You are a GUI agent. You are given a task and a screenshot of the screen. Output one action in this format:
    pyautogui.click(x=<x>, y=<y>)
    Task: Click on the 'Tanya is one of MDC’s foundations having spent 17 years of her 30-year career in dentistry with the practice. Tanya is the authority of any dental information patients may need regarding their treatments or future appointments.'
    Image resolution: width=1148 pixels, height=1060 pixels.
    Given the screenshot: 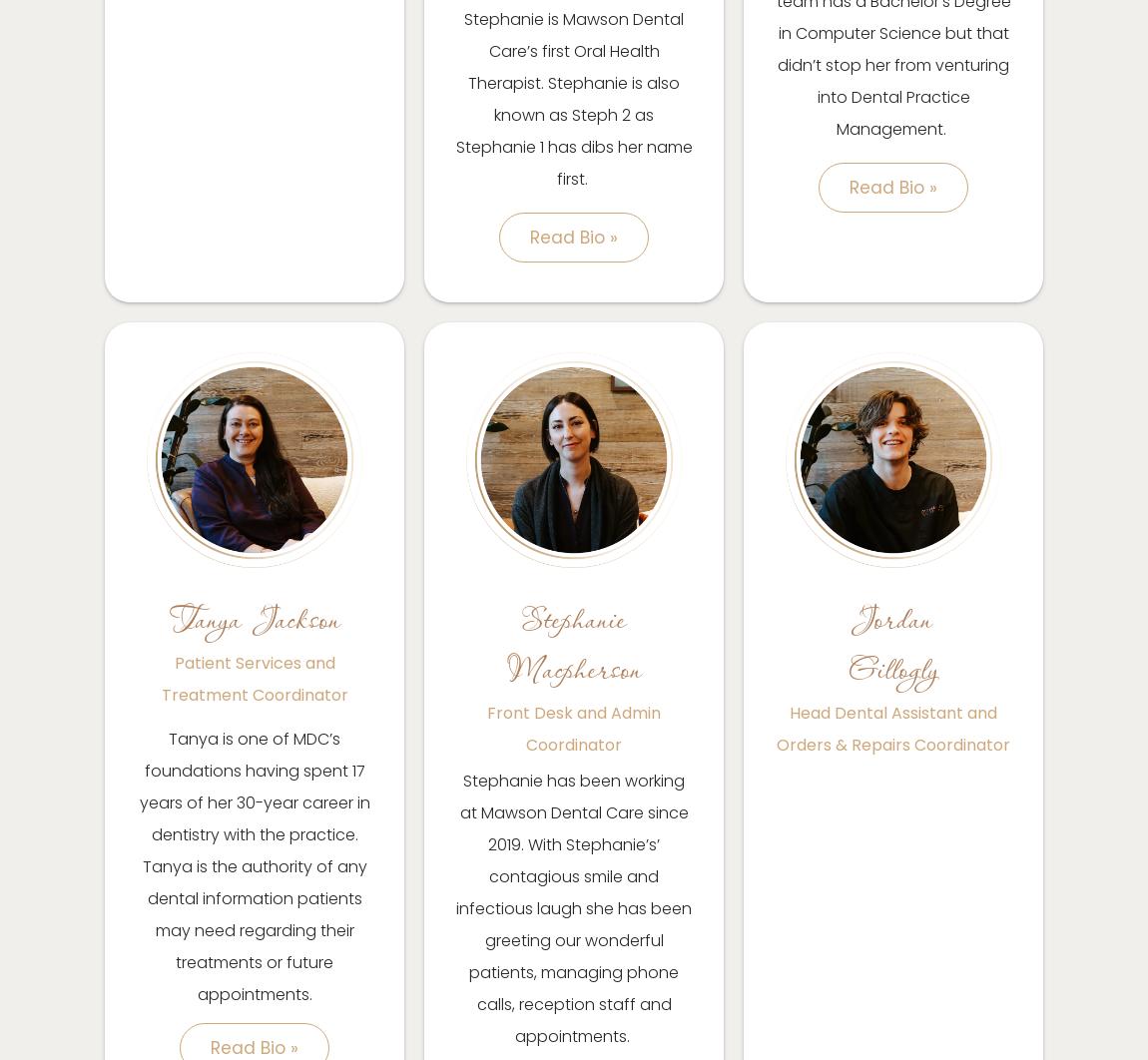 What is the action you would take?
    pyautogui.click(x=253, y=864)
    